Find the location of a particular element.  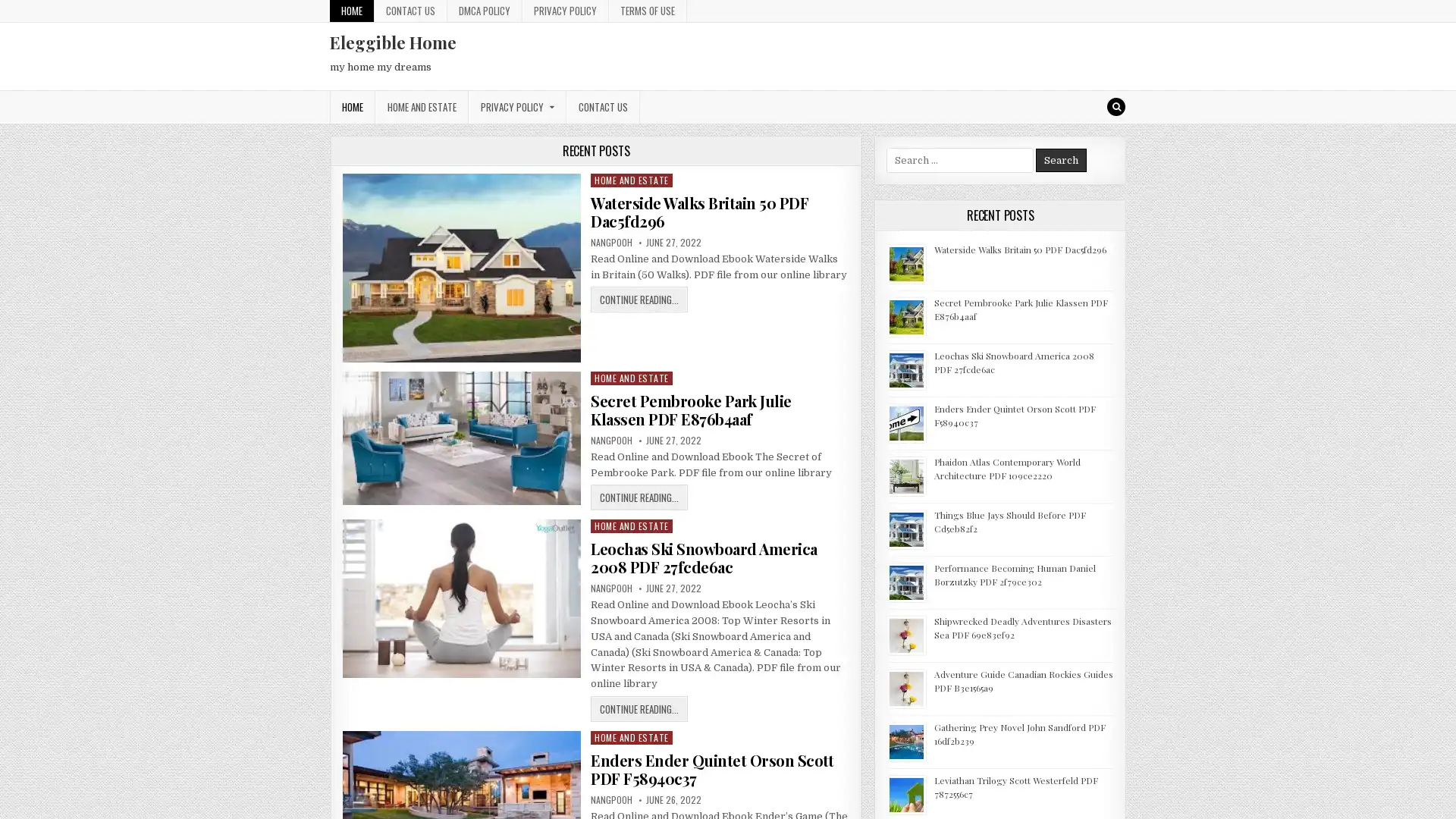

Search is located at coordinates (1060, 160).